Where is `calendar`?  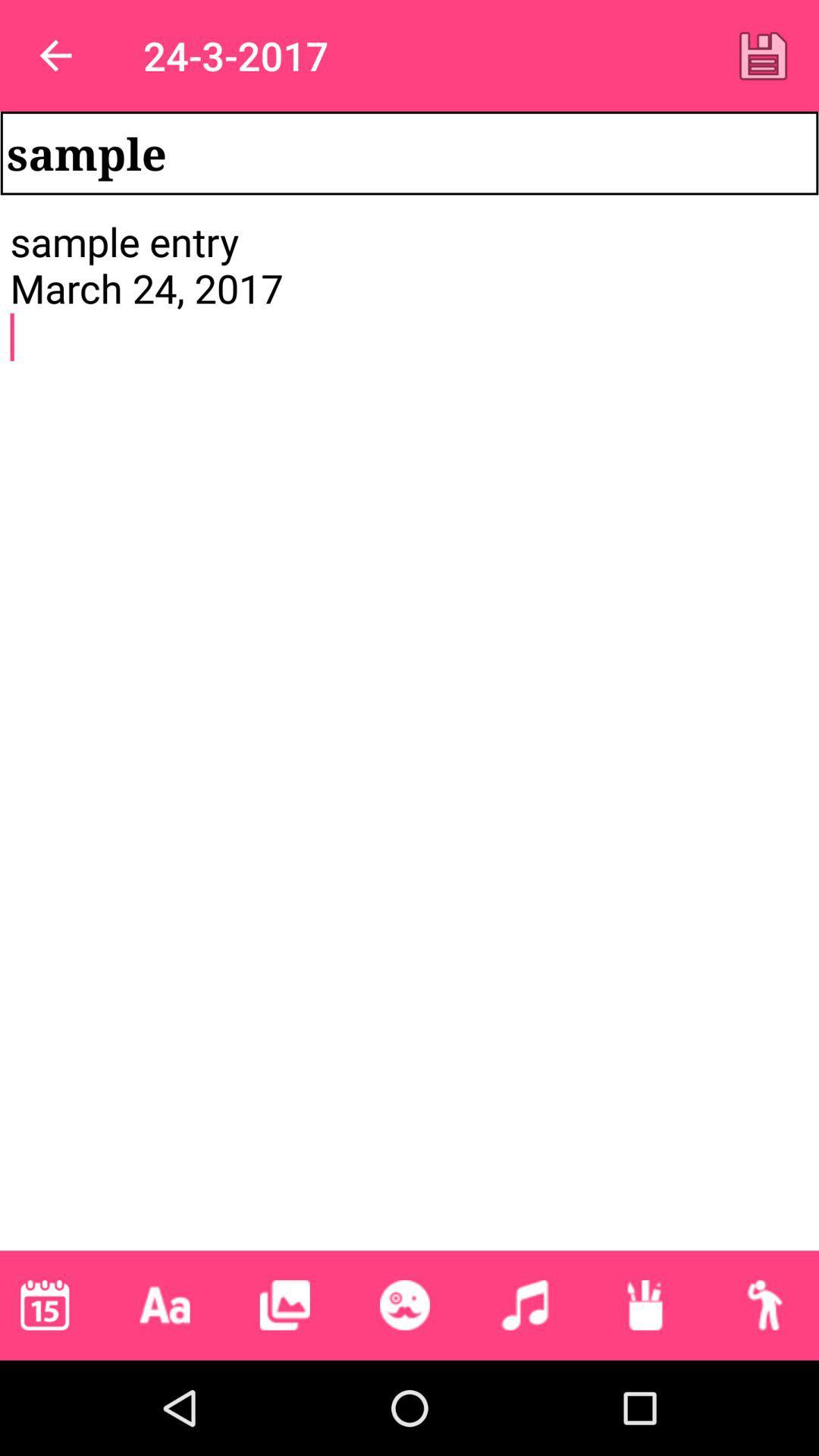
calendar is located at coordinates (44, 1304).